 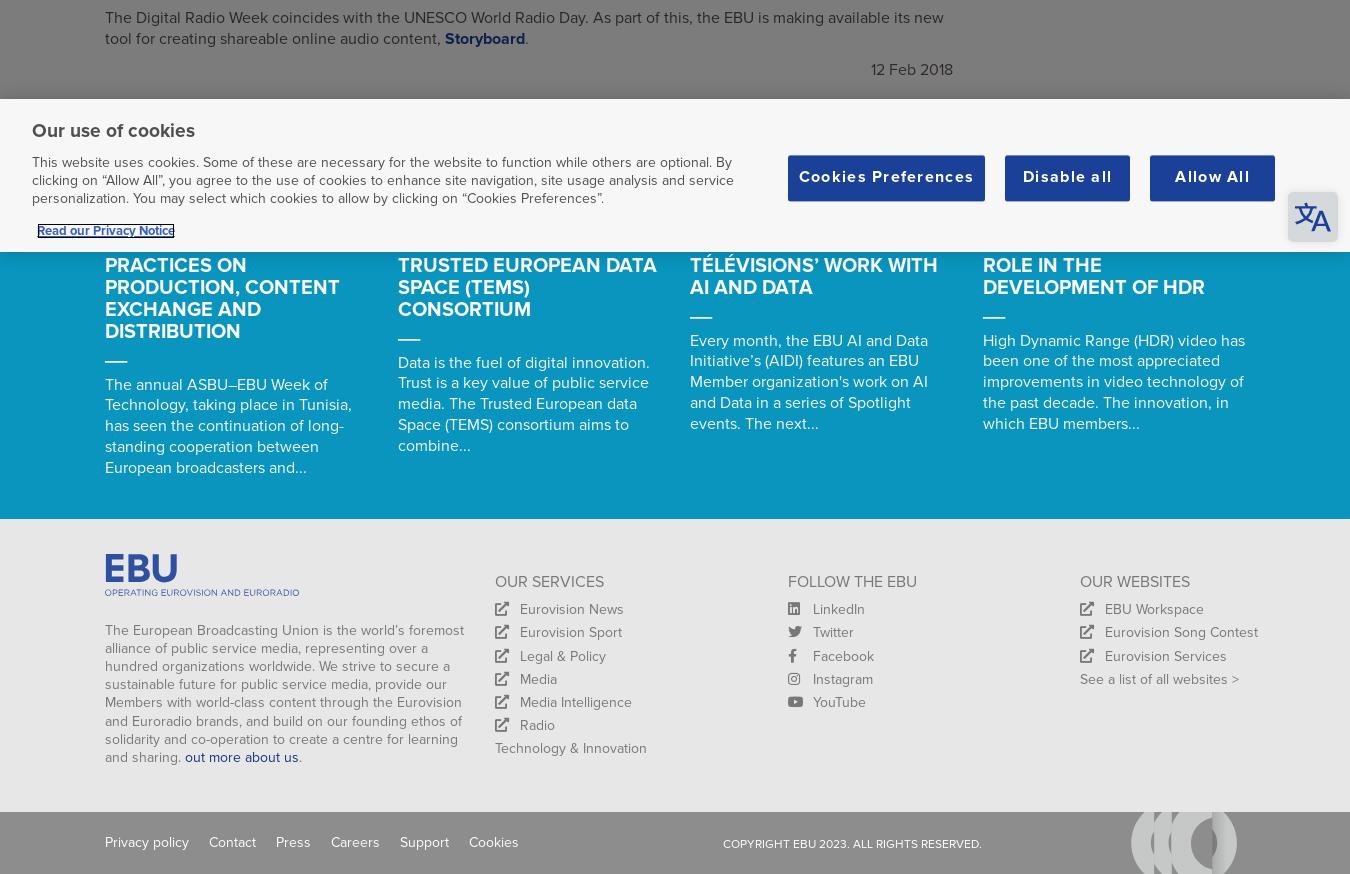 I want to click on 'Follow the EBU', so click(x=851, y=581).